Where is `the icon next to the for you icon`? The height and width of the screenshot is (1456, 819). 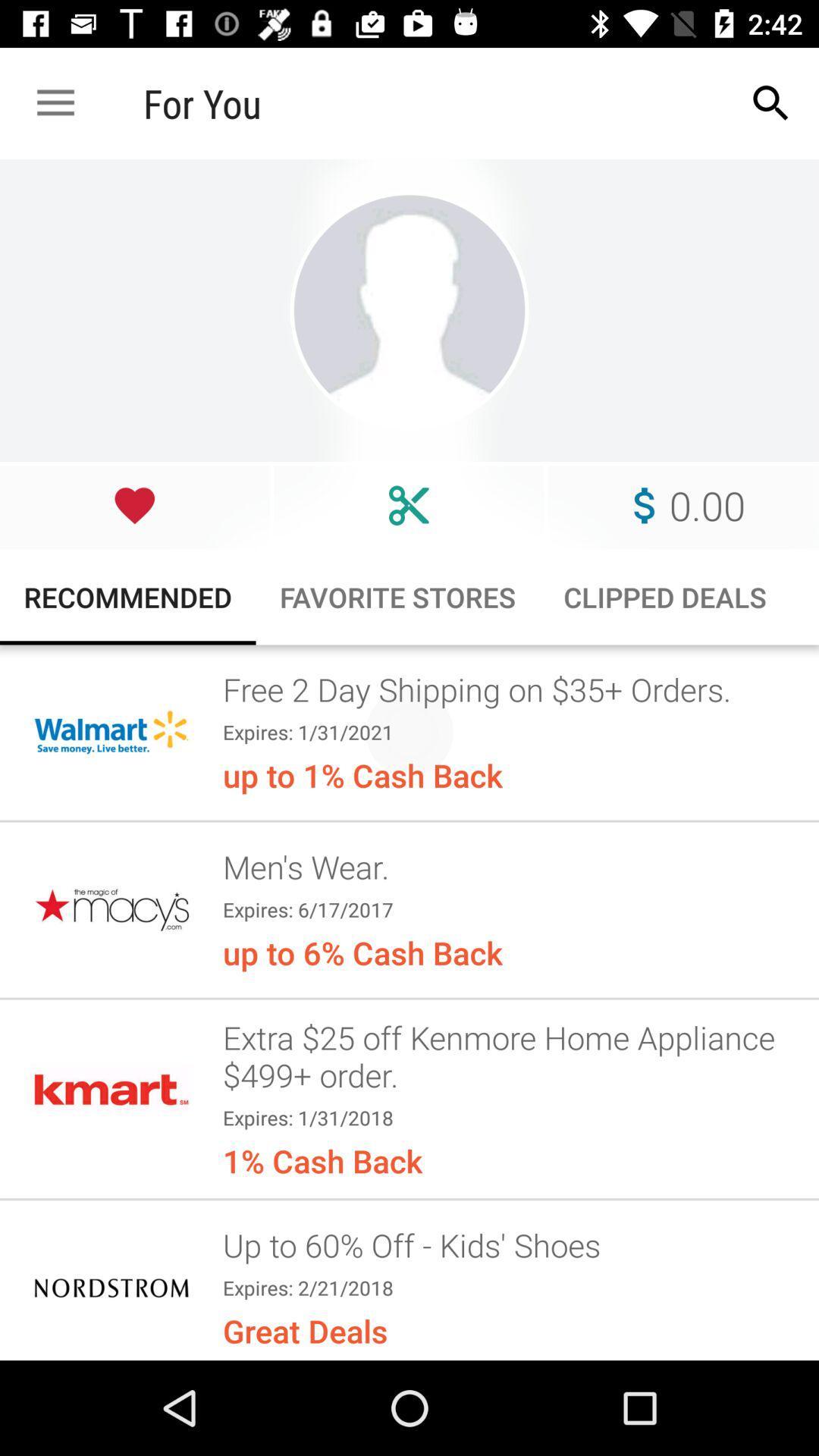
the icon next to the for you icon is located at coordinates (55, 102).